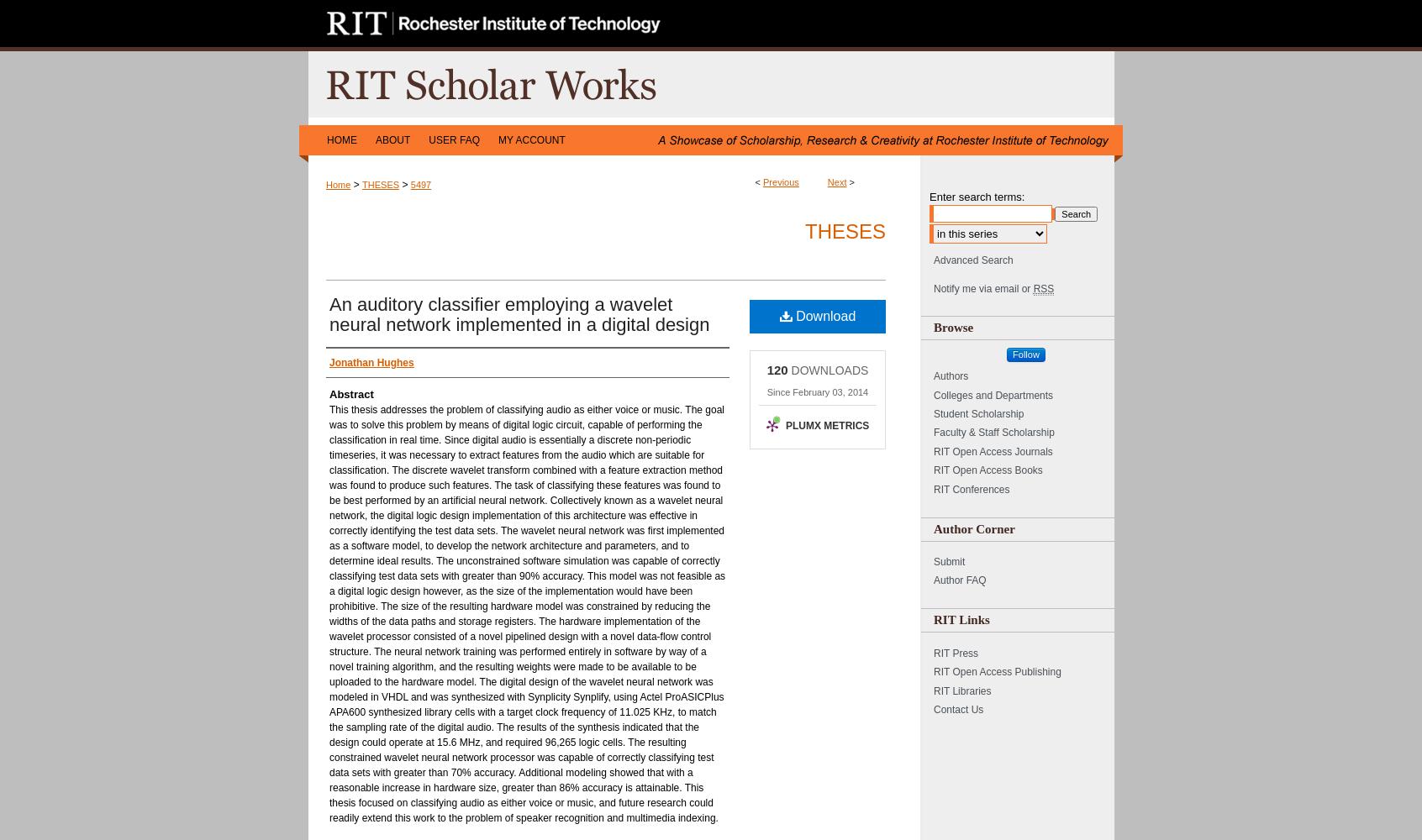 The height and width of the screenshot is (840, 1422). Describe the element at coordinates (977, 413) in the screenshot. I see `'Student Scholarship'` at that location.